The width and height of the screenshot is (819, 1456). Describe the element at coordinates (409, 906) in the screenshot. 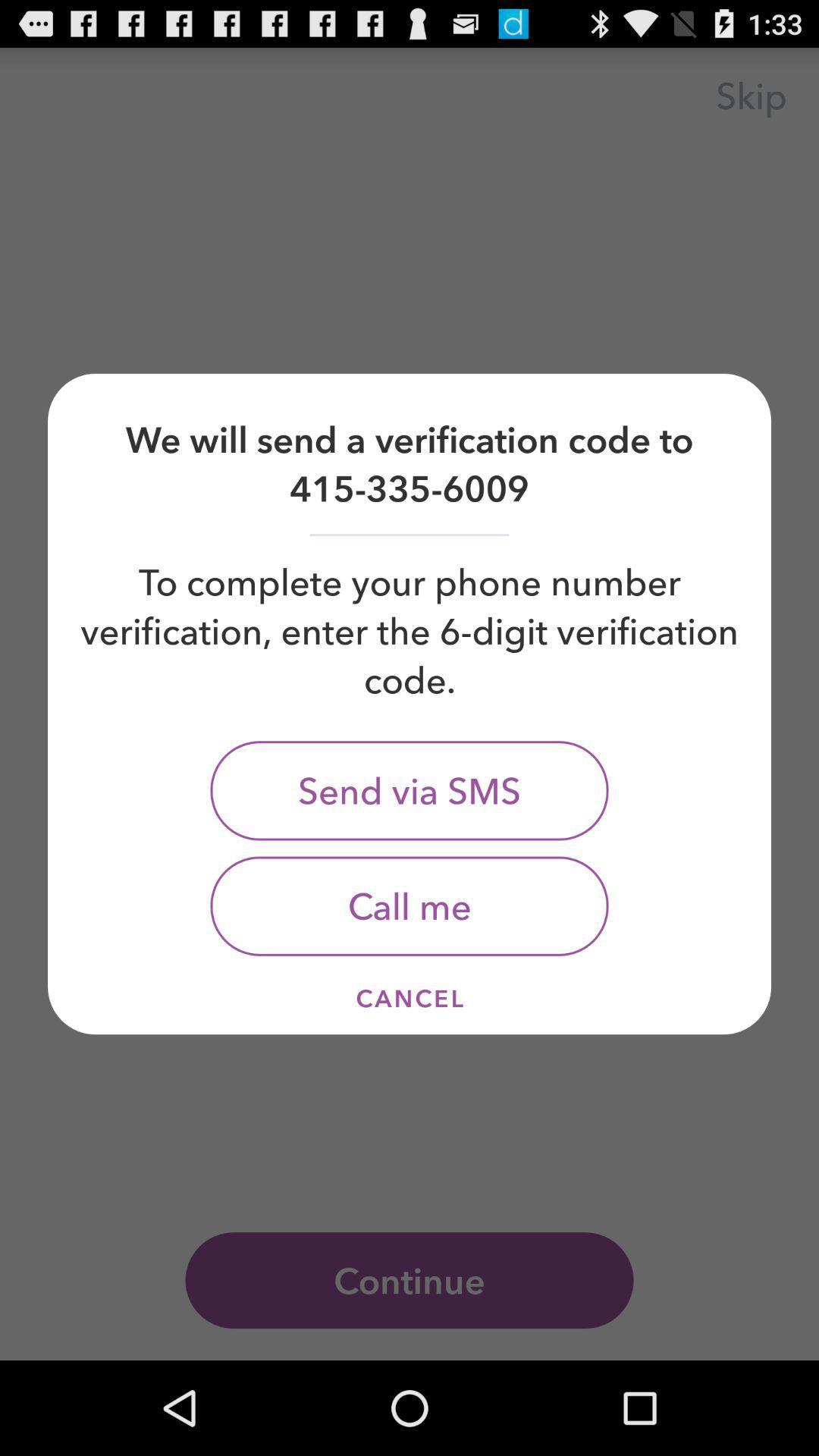

I see `item above the cancel` at that location.